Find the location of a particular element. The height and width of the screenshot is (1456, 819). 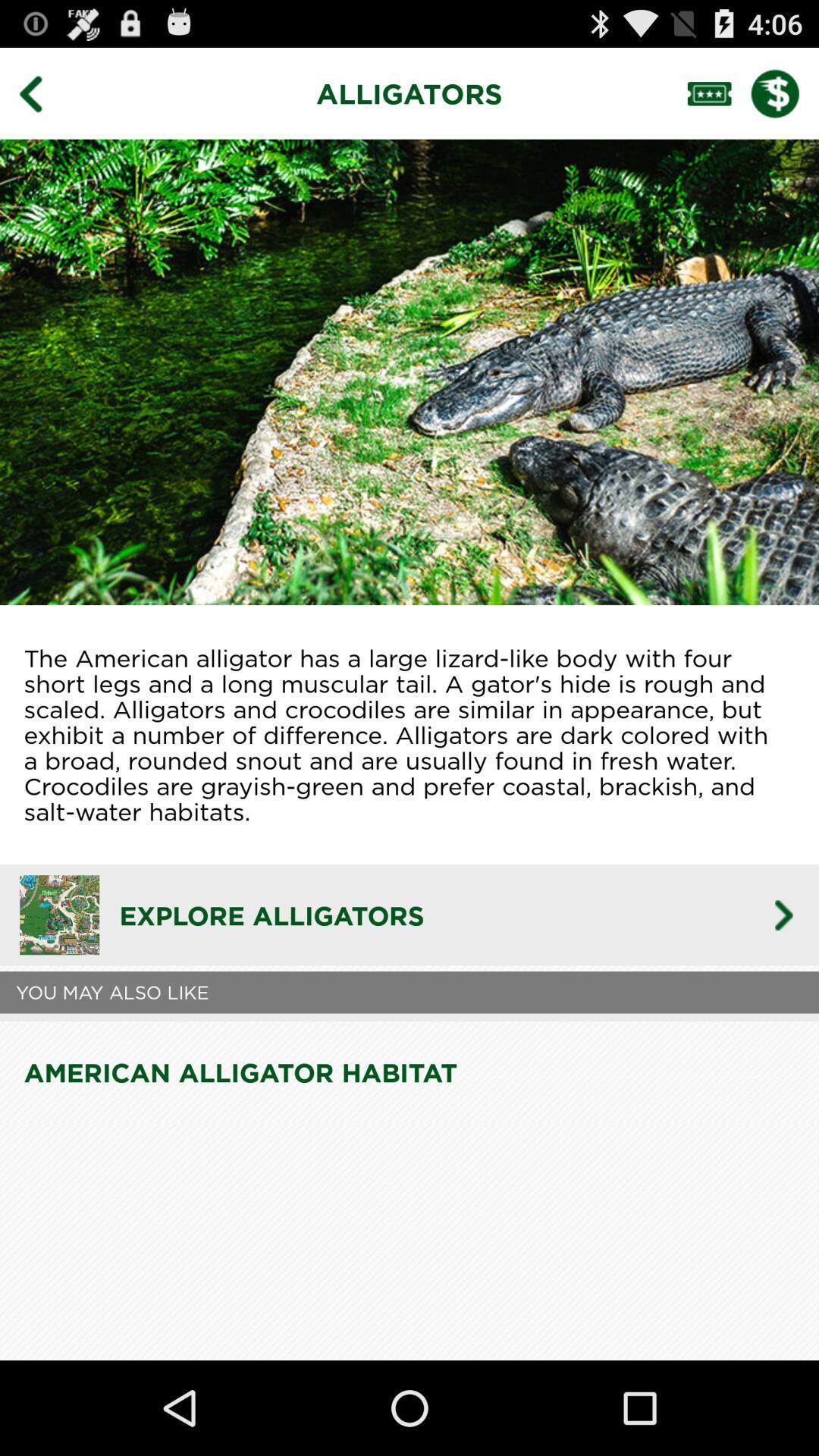

the arrow_backward icon is located at coordinates (41, 99).